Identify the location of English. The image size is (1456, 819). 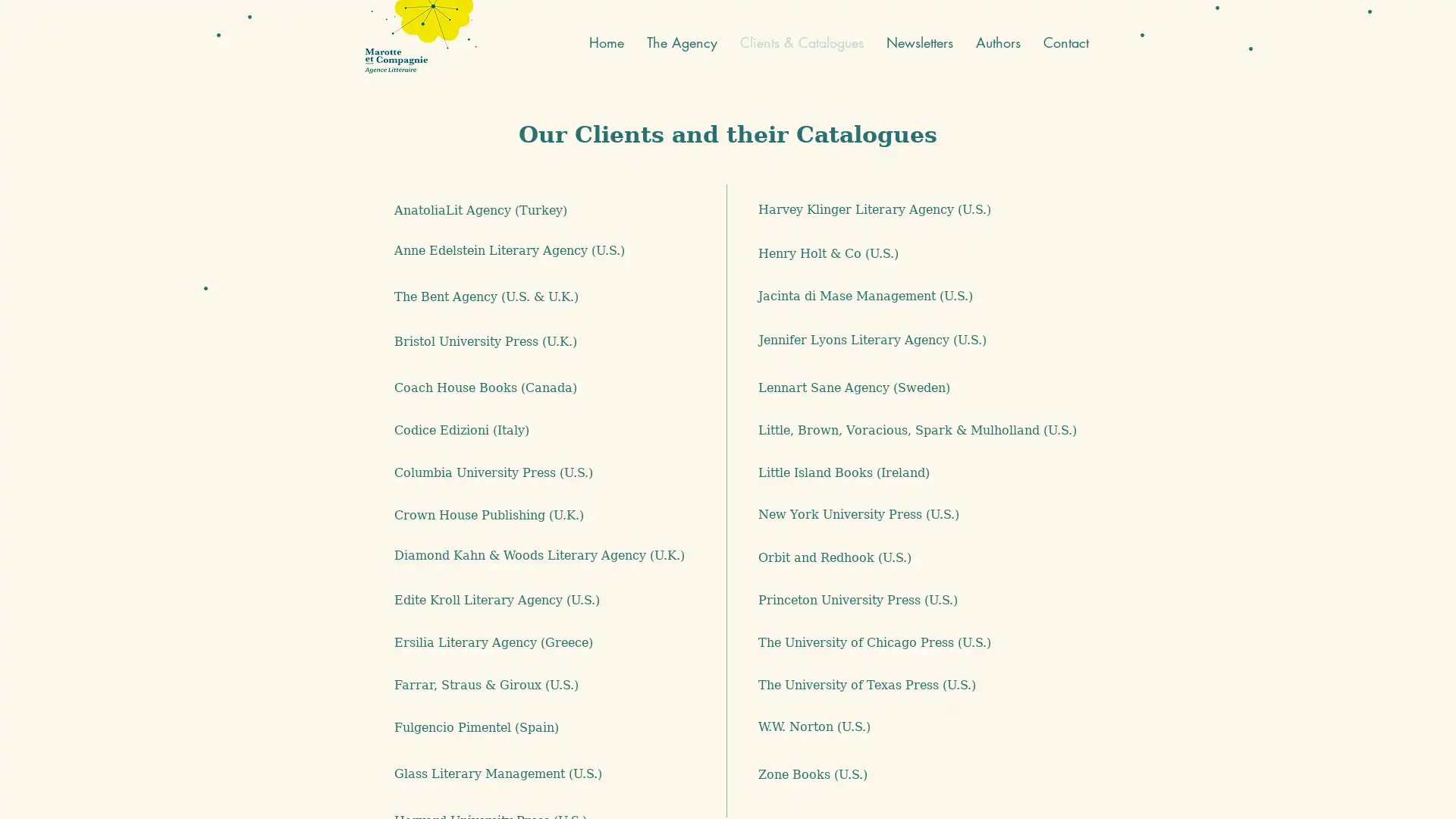
(541, 42).